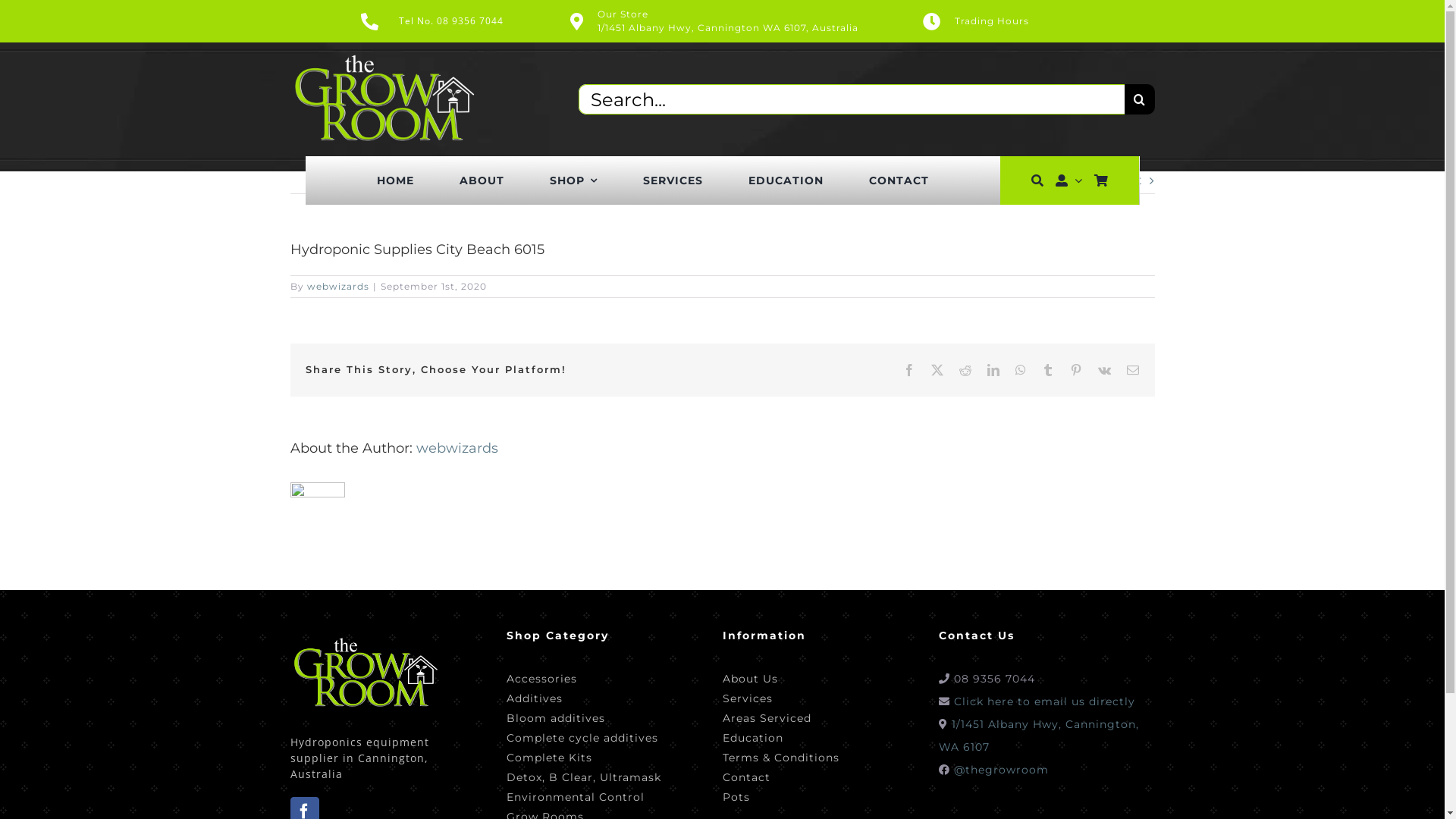 The image size is (1456, 819). Describe the element at coordinates (455, 447) in the screenshot. I see `'webwizards'` at that location.